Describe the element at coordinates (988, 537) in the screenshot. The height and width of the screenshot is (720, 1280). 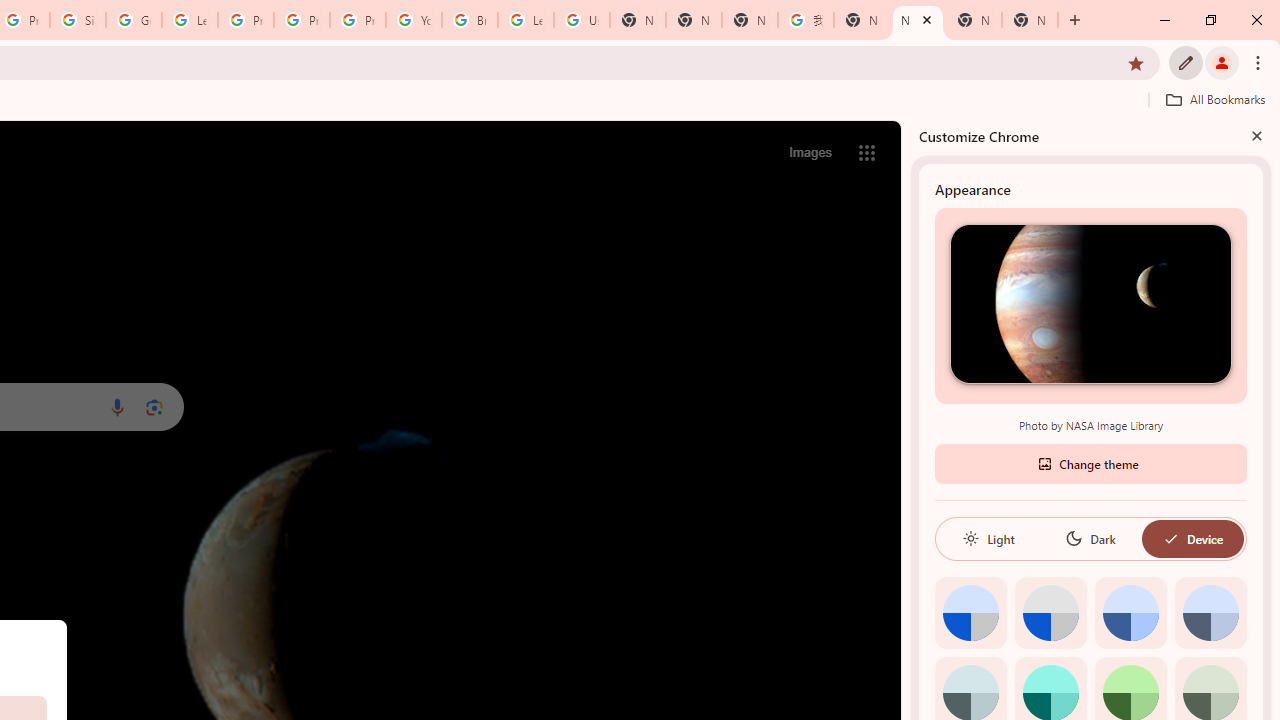
I see `'Light'` at that location.